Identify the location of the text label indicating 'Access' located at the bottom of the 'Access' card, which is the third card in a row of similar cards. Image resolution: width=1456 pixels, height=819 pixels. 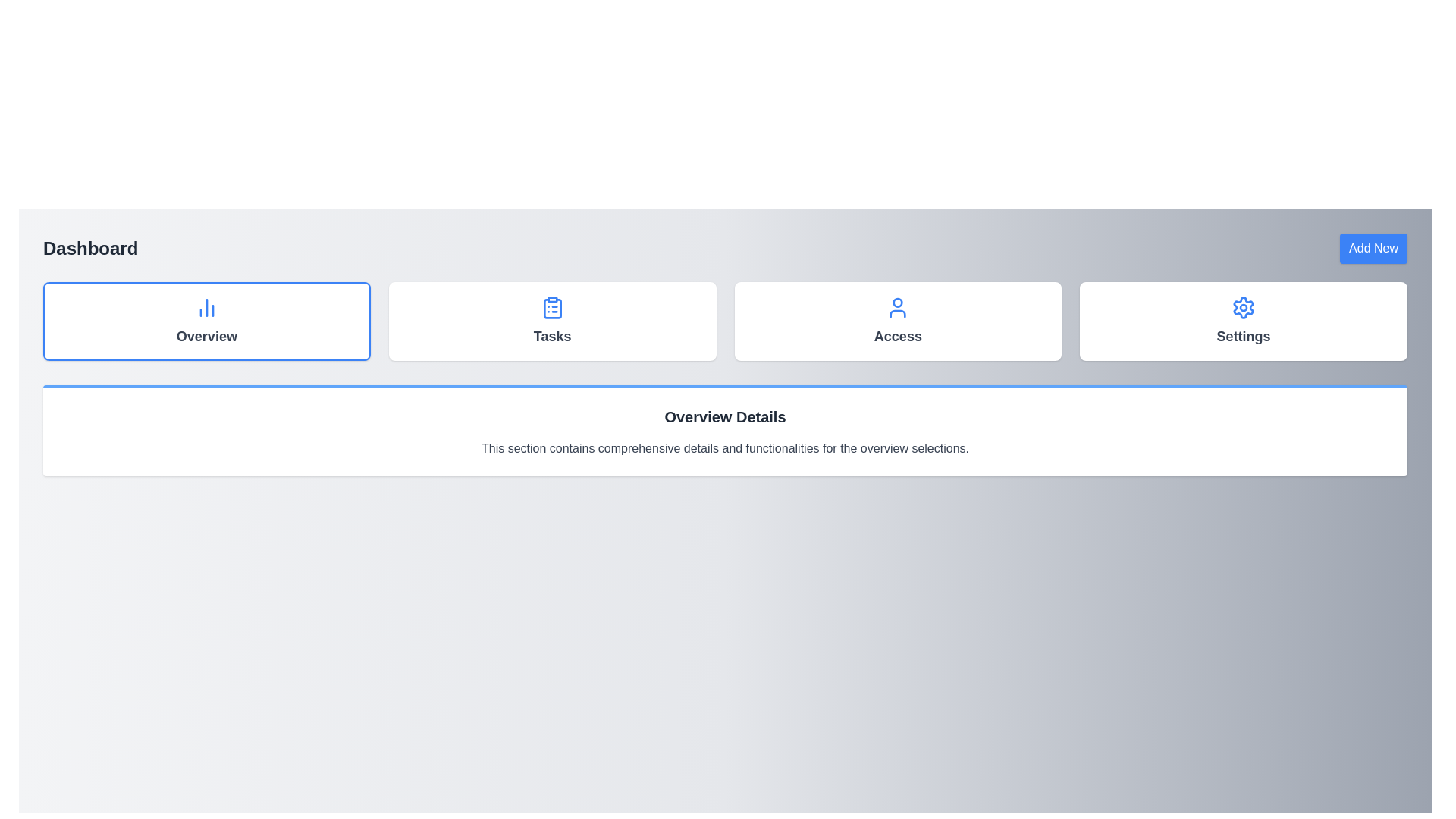
(898, 335).